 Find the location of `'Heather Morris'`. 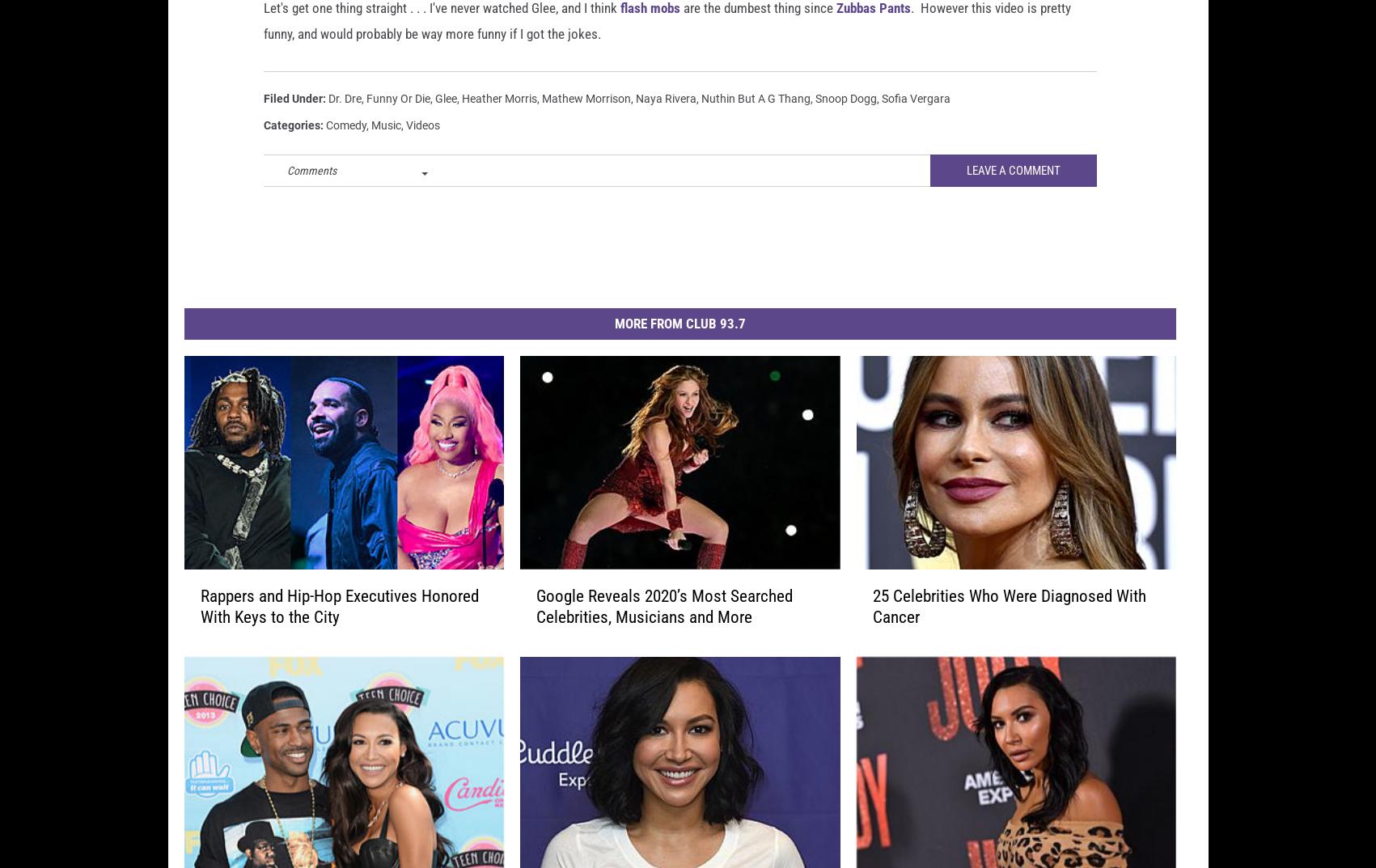

'Heather Morris' is located at coordinates (497, 123).